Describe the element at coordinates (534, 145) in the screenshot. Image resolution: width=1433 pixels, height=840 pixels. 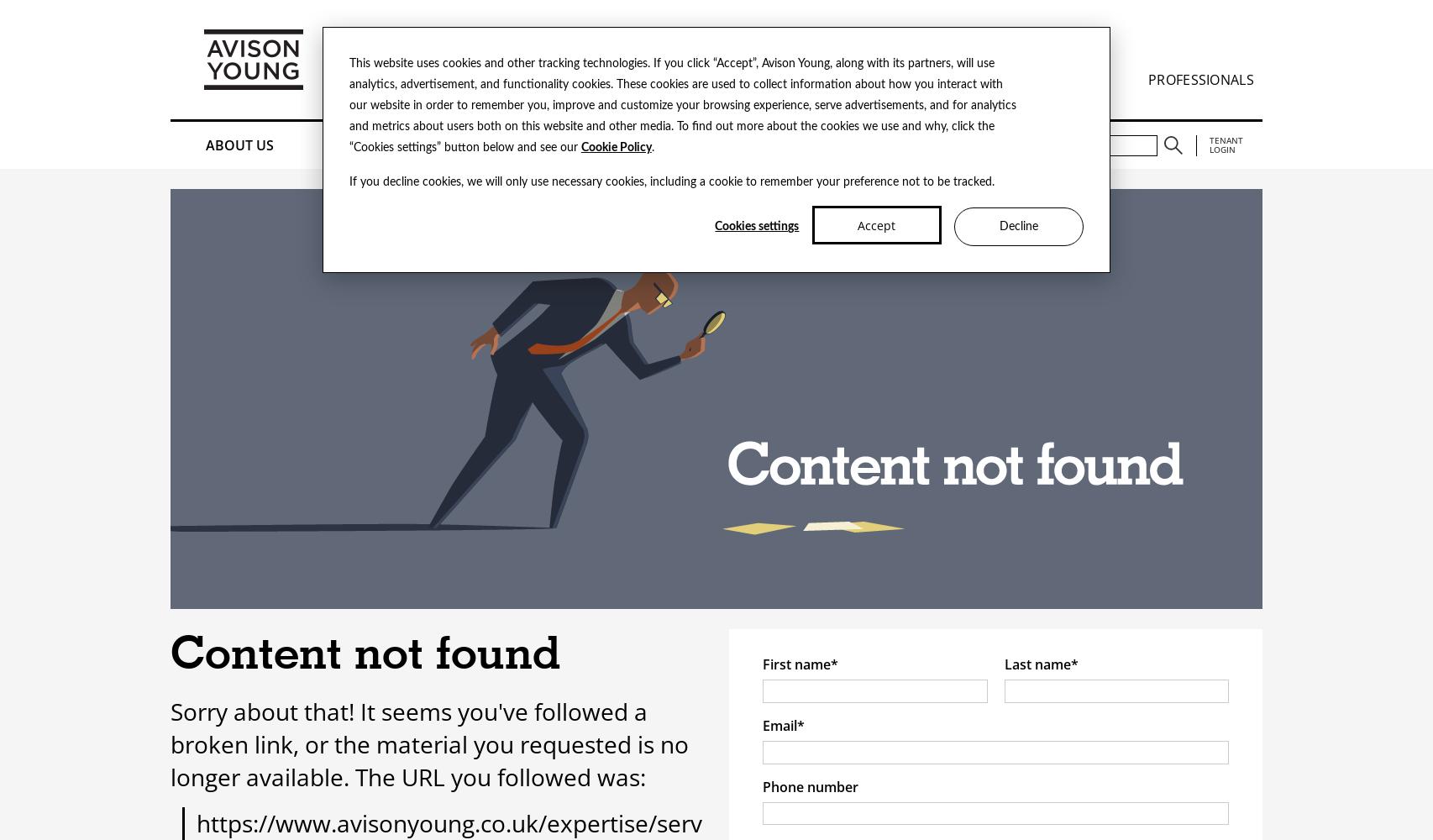
I see `'Thought Capital'` at that location.